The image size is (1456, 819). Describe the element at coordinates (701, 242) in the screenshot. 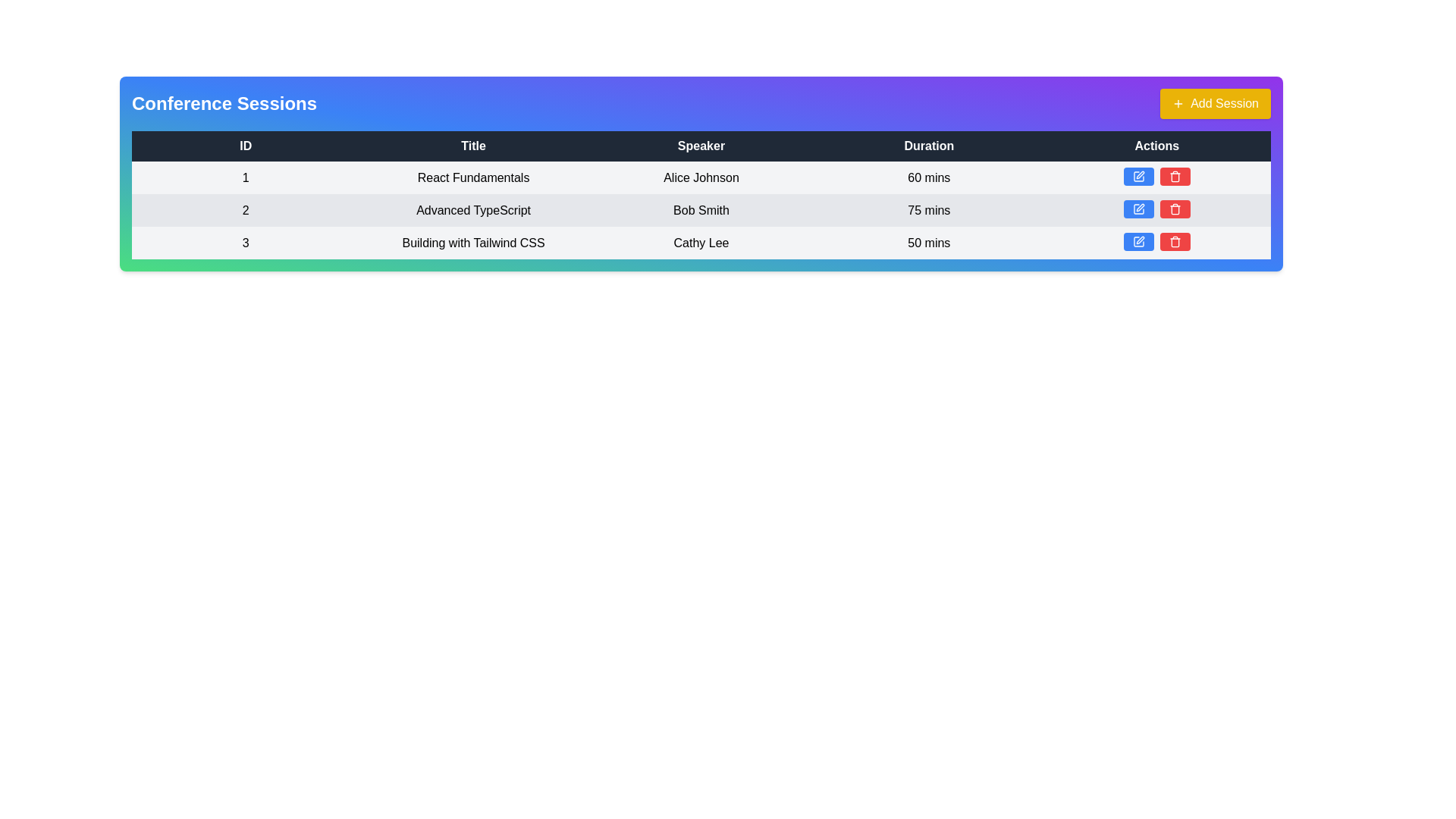

I see `the third row in the conference schedule table, which contains session details and actions for editing or deleting the session` at that location.